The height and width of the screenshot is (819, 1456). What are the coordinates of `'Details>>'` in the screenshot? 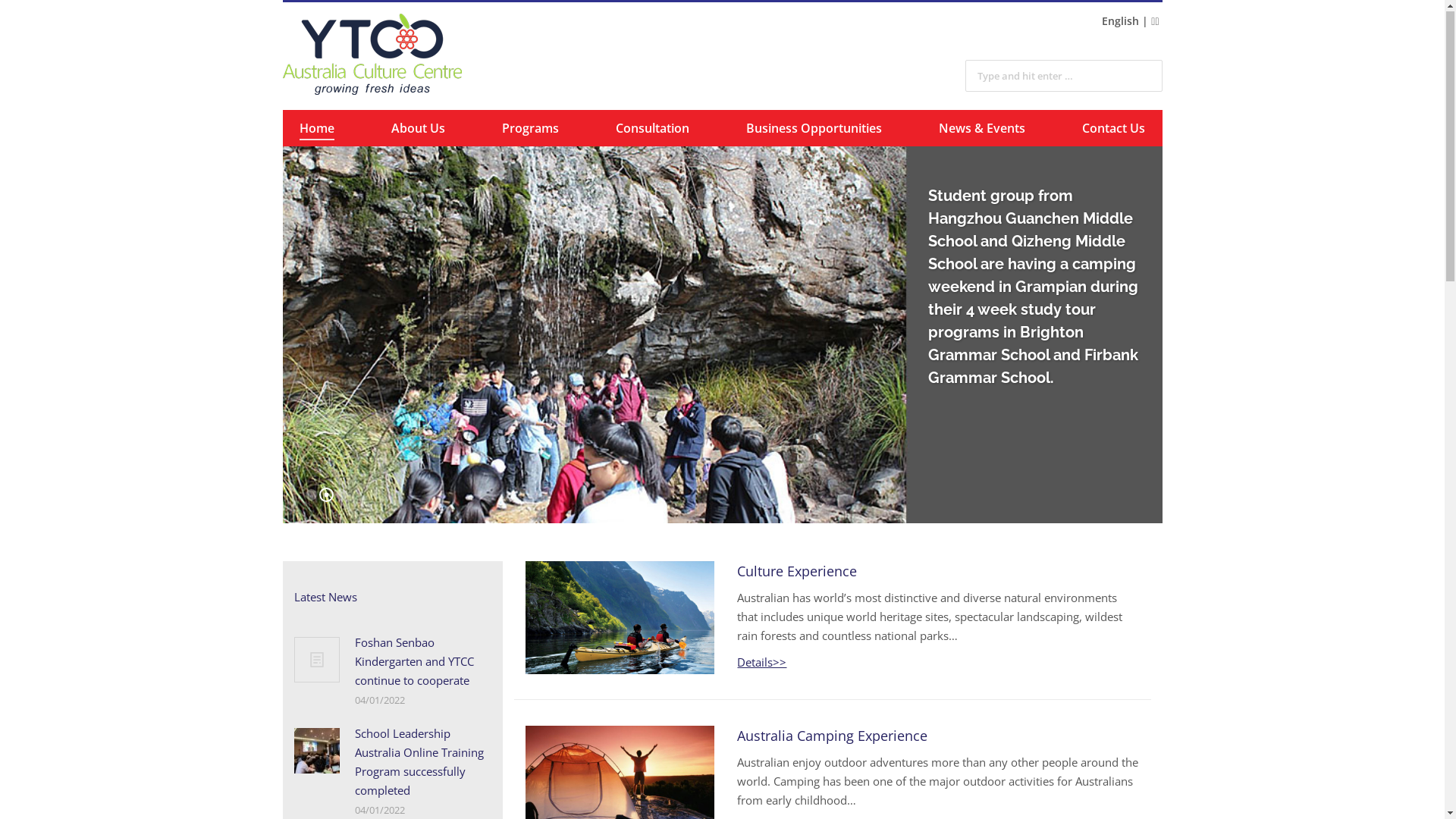 It's located at (761, 663).